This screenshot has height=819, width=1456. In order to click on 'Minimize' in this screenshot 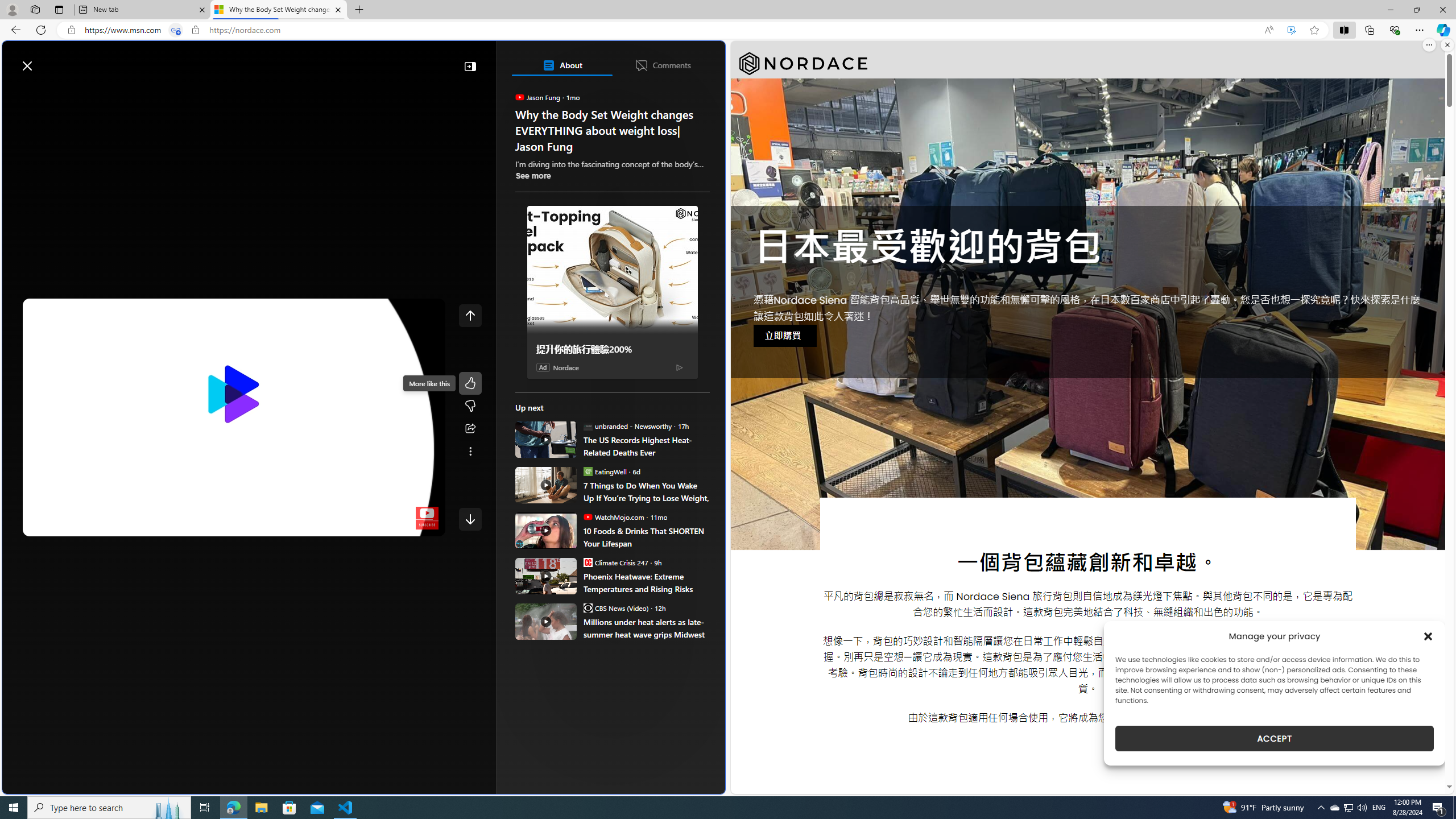, I will do `click(1389, 9)`.